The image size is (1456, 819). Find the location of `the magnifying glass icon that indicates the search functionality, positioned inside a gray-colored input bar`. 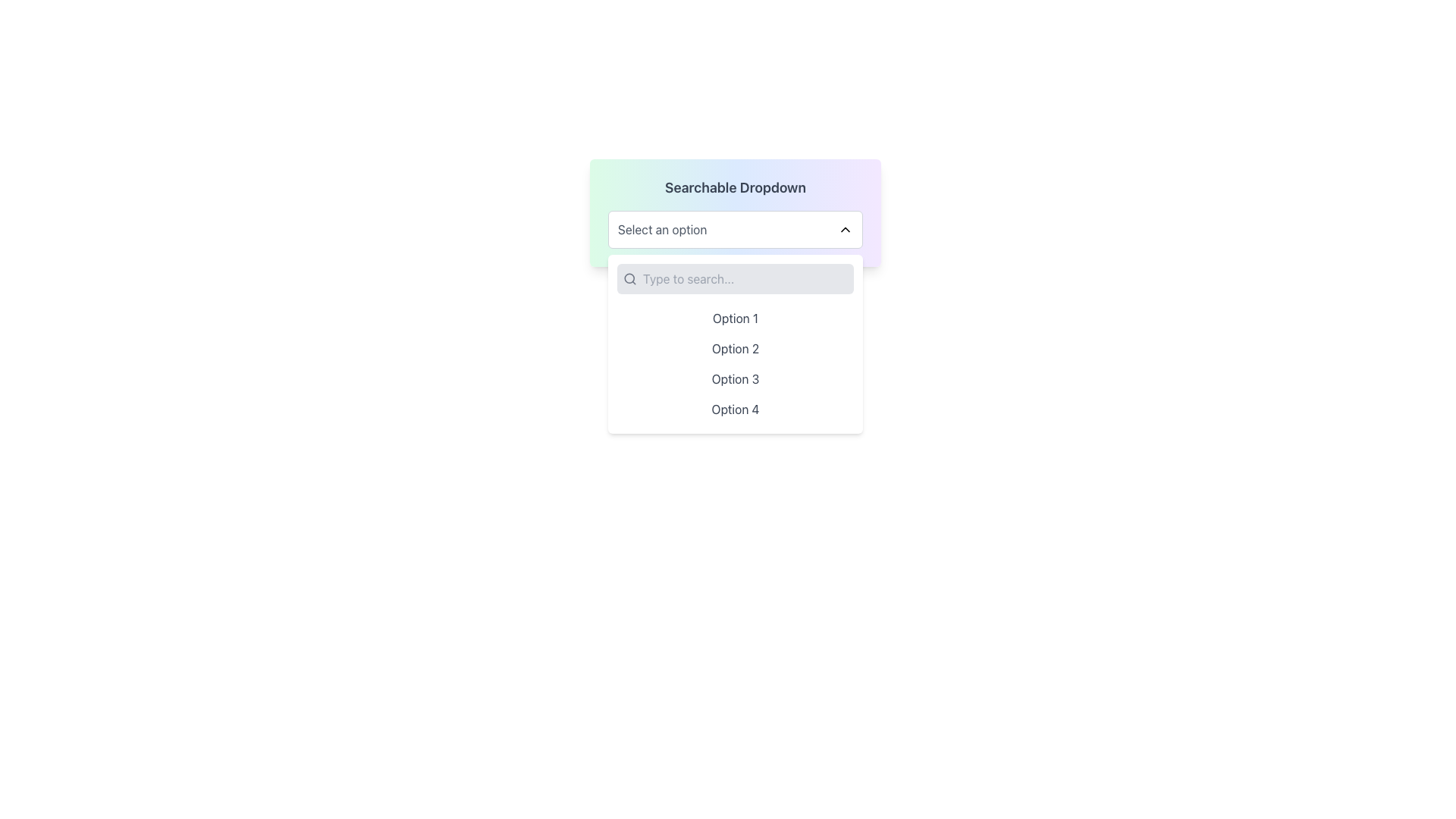

the magnifying glass icon that indicates the search functionality, positioned inside a gray-colored input bar is located at coordinates (629, 278).